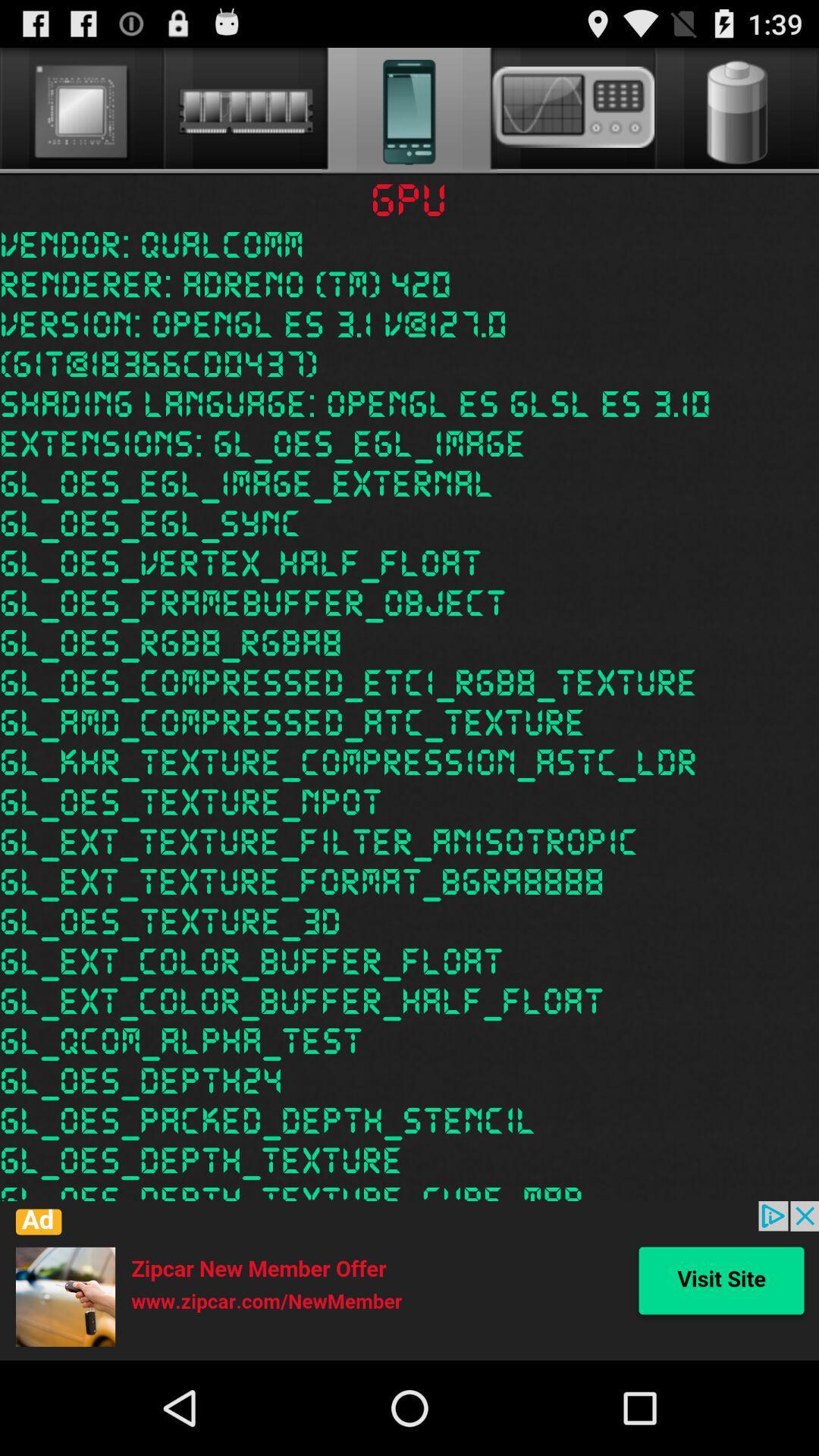 This screenshot has height=1456, width=819. I want to click on advertisement, so click(409, 1280).